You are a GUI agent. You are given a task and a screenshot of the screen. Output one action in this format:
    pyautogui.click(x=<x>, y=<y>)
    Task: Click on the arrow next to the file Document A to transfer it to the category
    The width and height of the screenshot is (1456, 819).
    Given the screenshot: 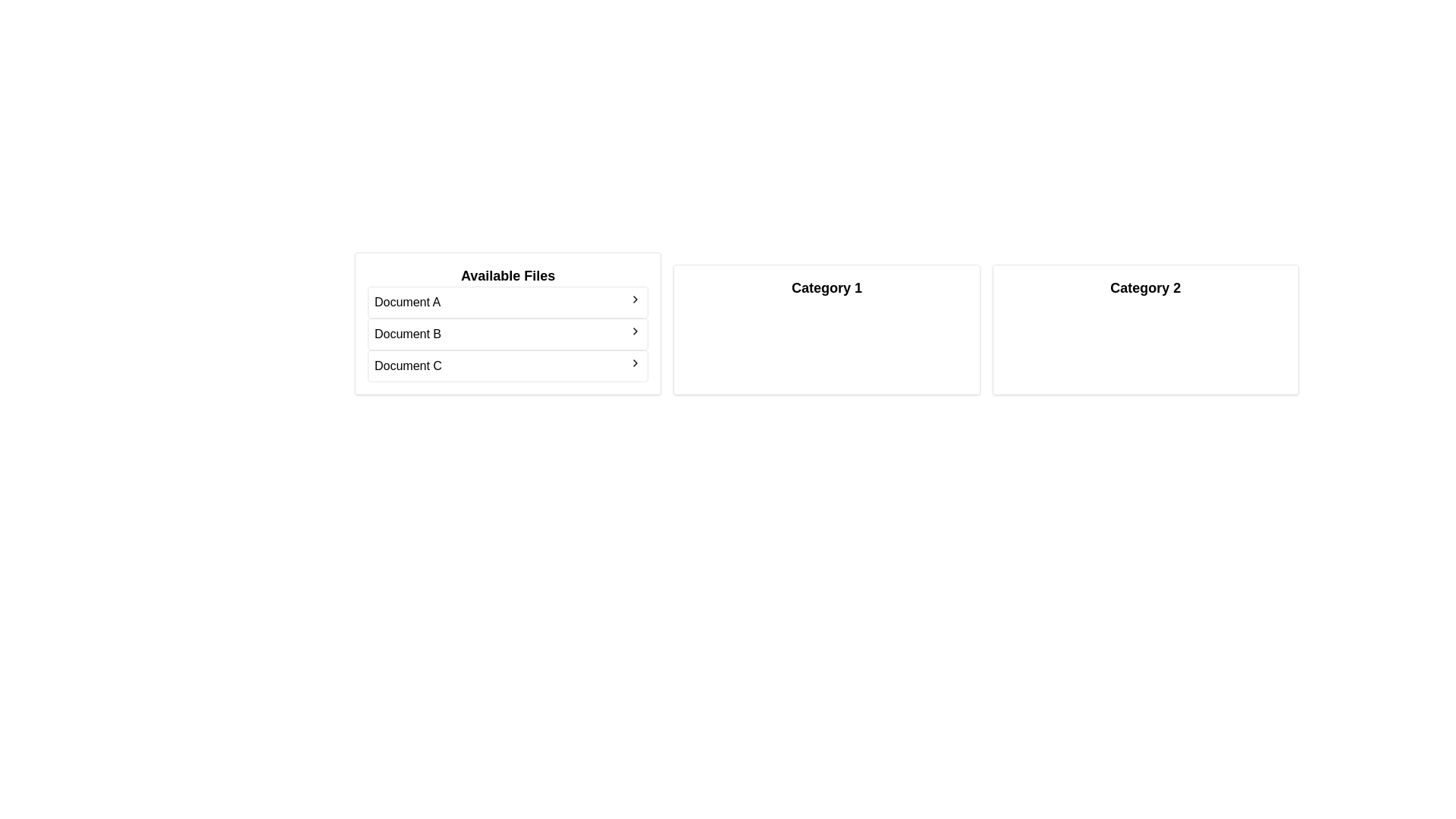 What is the action you would take?
    pyautogui.click(x=635, y=299)
    